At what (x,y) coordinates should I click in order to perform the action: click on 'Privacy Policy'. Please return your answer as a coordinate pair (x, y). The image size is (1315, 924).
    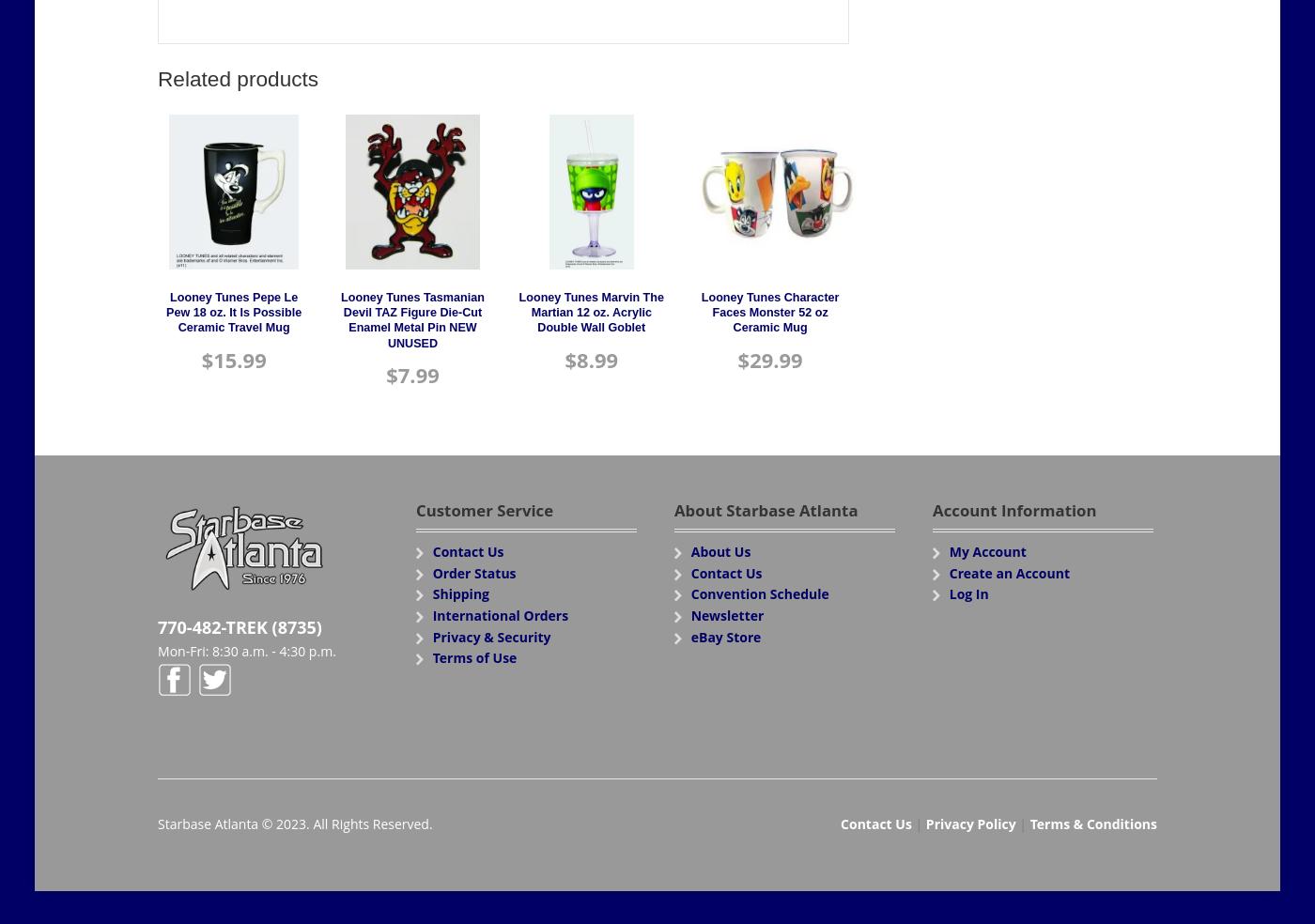
    Looking at the image, I should click on (970, 823).